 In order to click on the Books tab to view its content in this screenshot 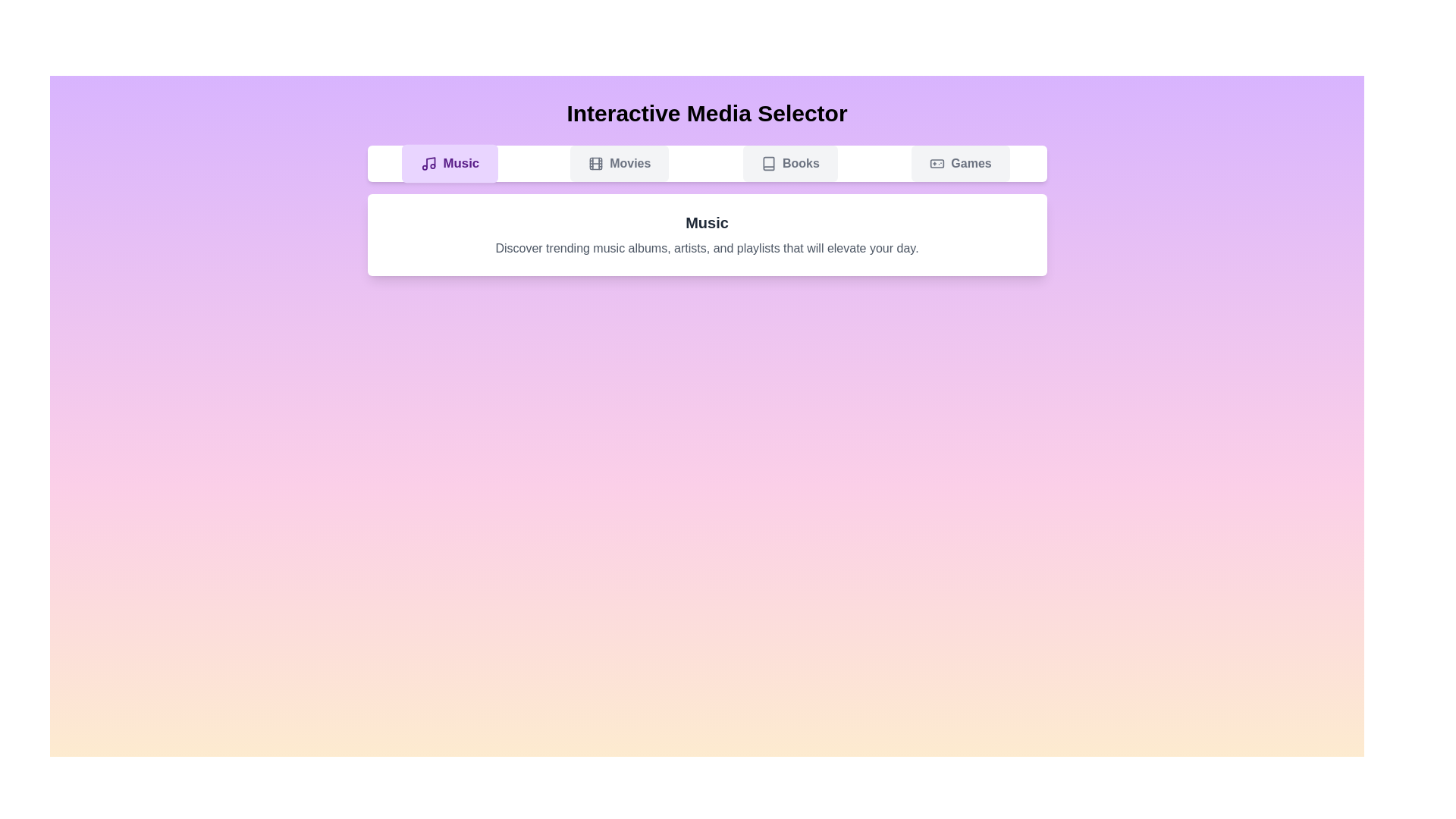, I will do `click(789, 164)`.